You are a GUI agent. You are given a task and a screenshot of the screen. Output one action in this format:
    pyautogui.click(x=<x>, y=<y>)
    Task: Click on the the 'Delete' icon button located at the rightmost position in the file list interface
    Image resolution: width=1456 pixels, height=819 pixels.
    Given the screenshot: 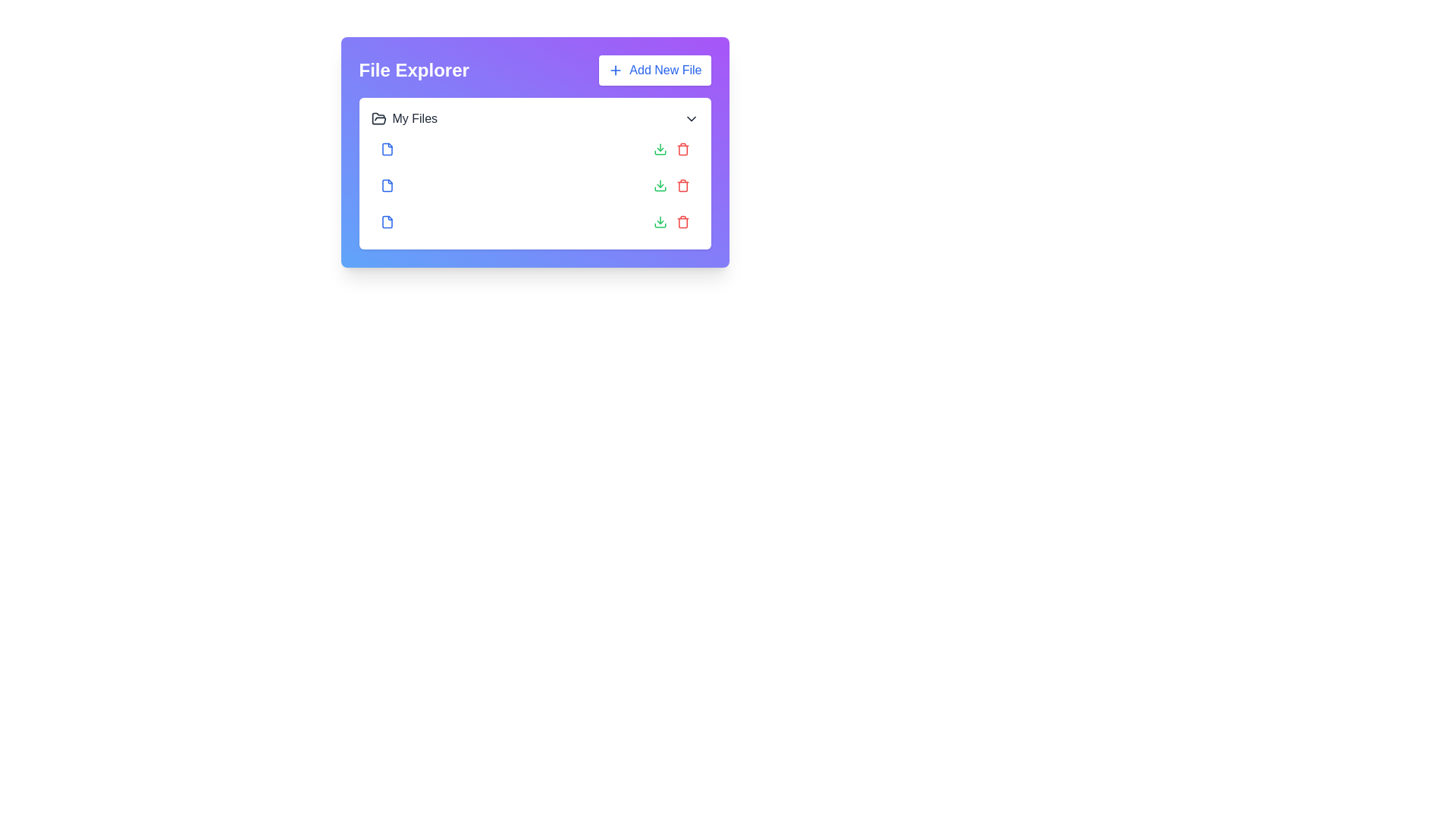 What is the action you would take?
    pyautogui.click(x=682, y=185)
    